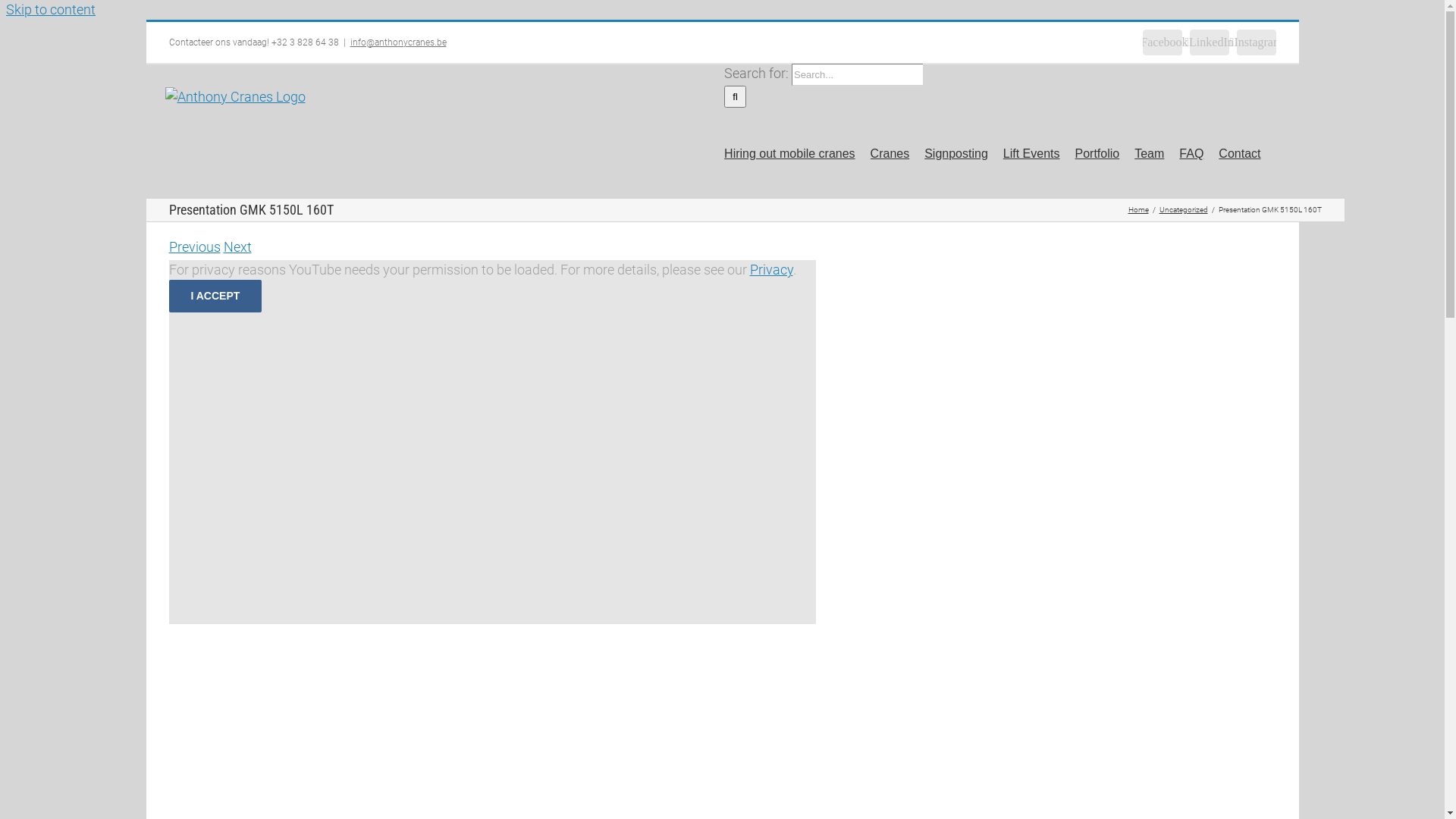 The width and height of the screenshot is (1456, 819). Describe the element at coordinates (1138, 209) in the screenshot. I see `'Home'` at that location.